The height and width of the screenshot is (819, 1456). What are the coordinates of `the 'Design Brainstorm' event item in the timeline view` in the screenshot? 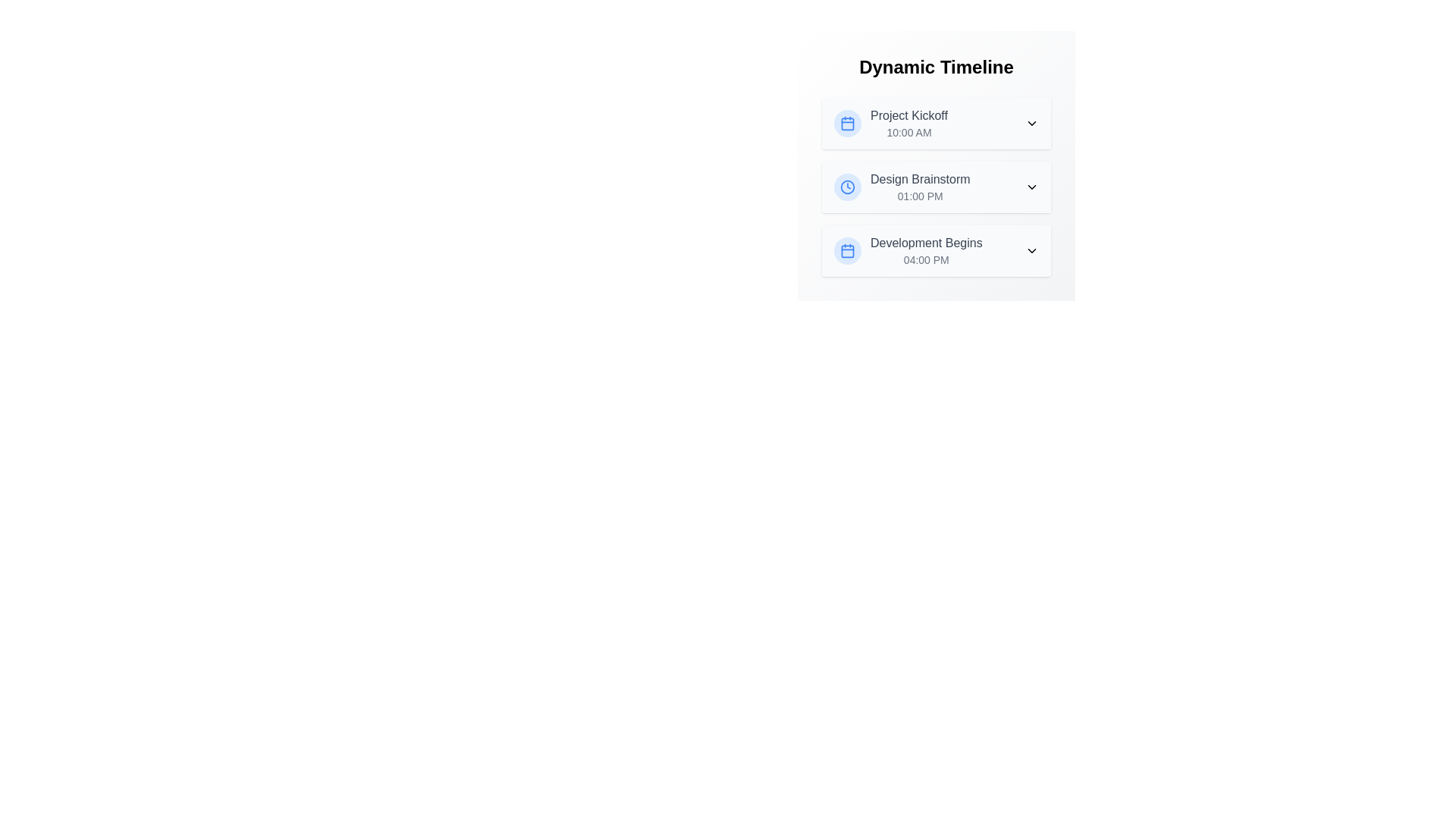 It's located at (902, 186).